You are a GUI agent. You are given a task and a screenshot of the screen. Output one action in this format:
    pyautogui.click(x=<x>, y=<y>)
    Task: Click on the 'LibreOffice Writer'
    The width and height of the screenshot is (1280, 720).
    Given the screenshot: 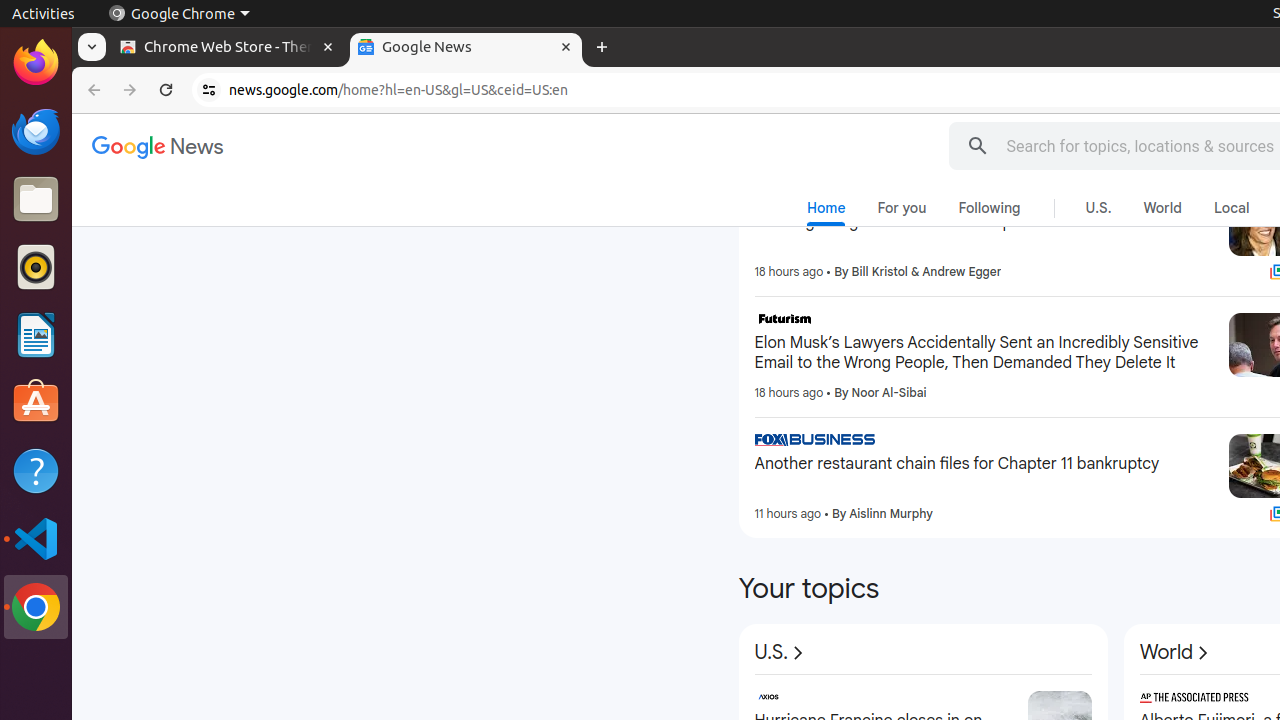 What is the action you would take?
    pyautogui.click(x=35, y=334)
    